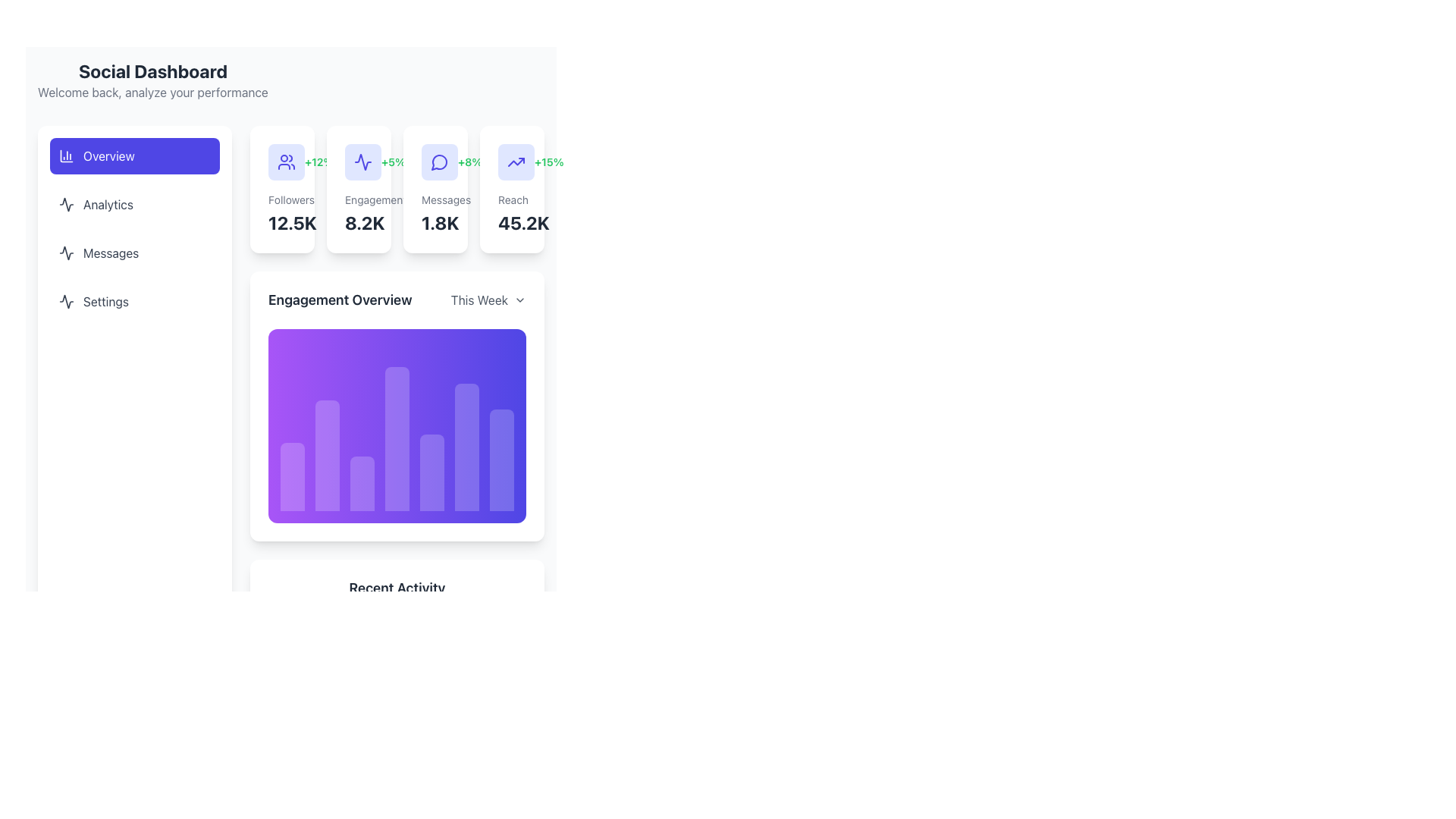 The image size is (1456, 819). What do you see at coordinates (512, 222) in the screenshot?
I see `the statistics display for 'Reach', which is located in the bottom section of a card, beneath the smaller text 'Reach'` at bounding box center [512, 222].